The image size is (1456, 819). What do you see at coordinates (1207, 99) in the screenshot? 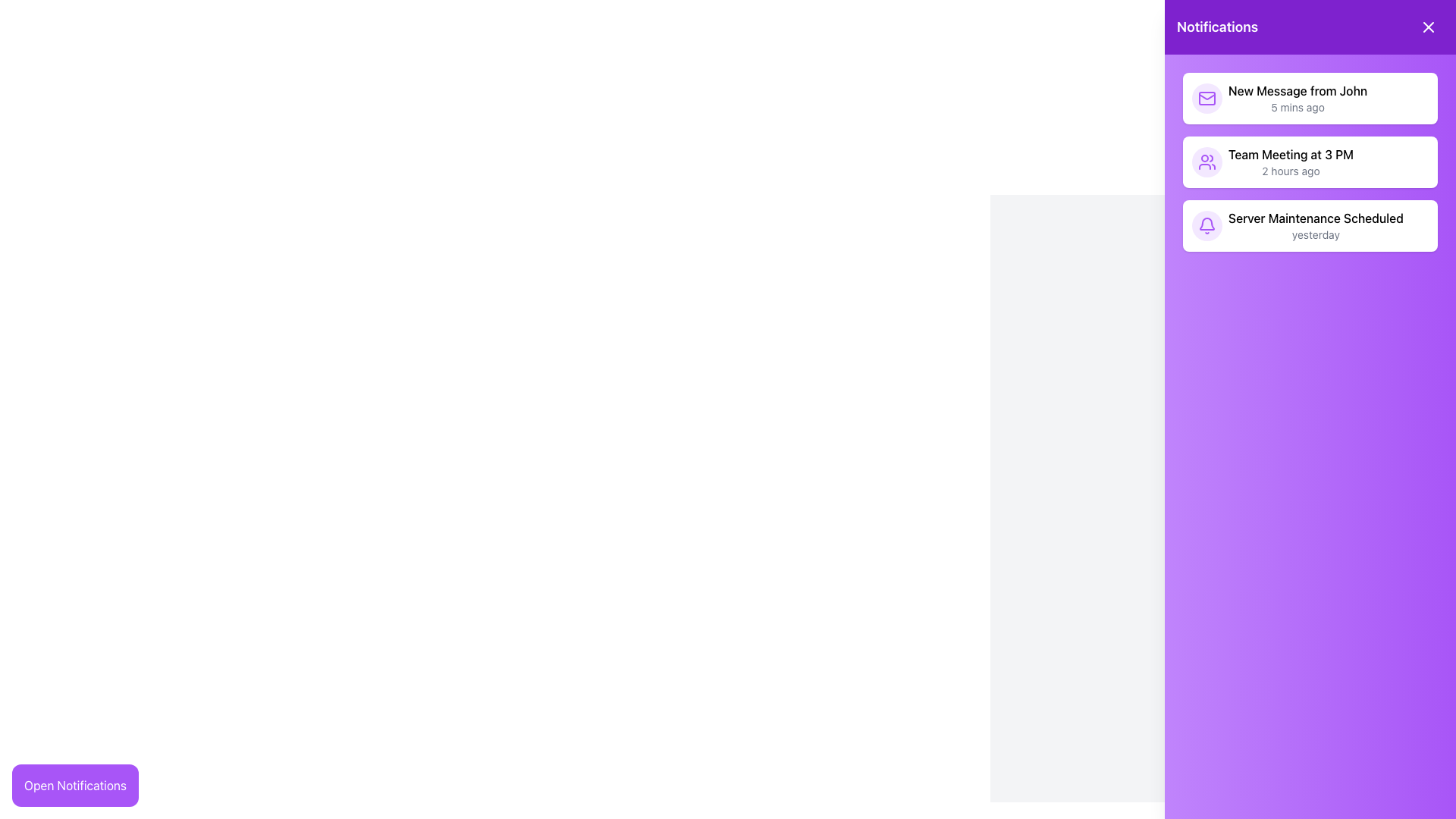
I see `the icon that visually represents a new email or message notification, located at the top-left corner of the notification labeled 'New Message from John'` at bounding box center [1207, 99].